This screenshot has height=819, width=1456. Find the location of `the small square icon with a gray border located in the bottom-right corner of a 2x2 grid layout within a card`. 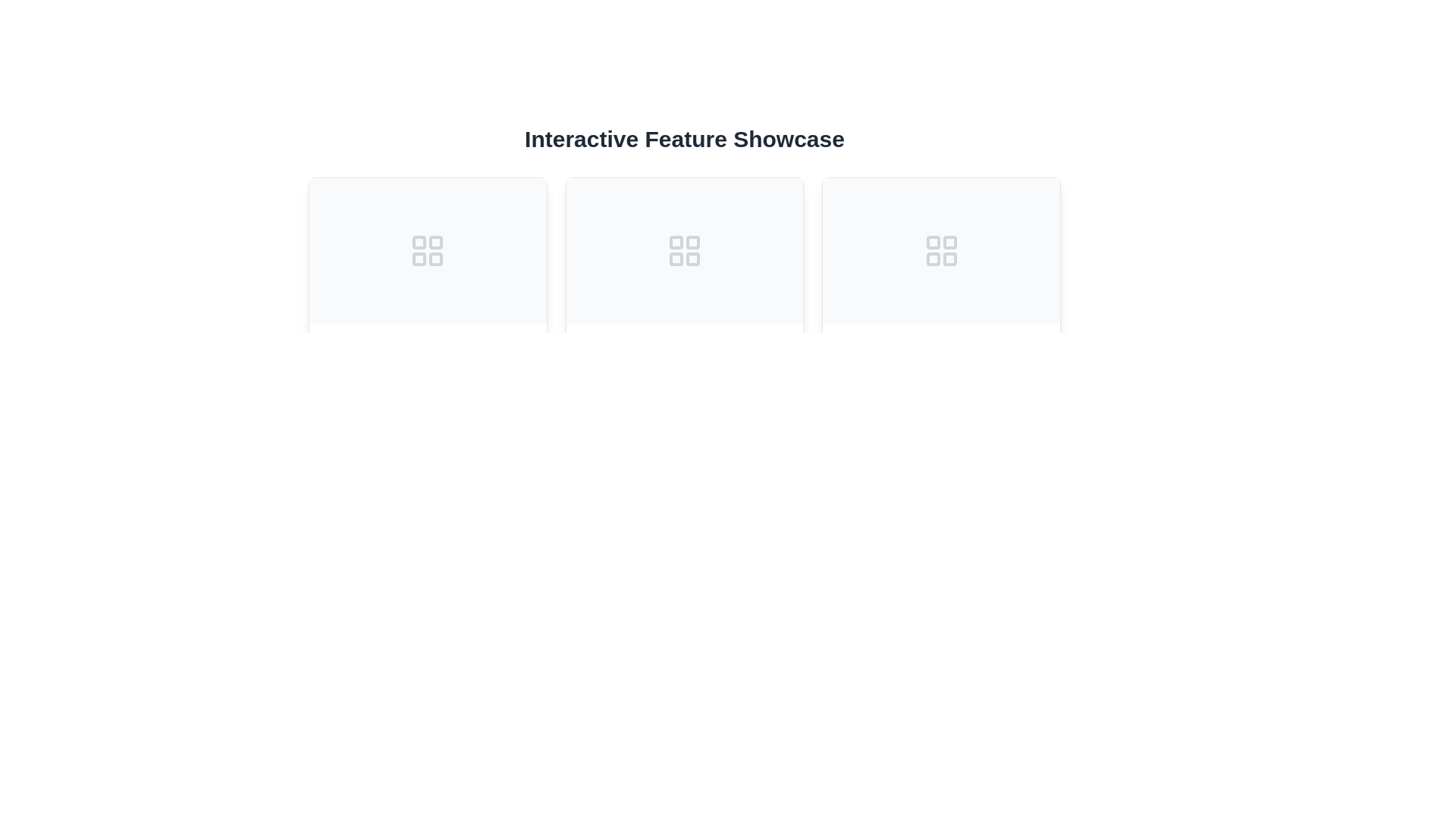

the small square icon with a gray border located in the bottom-right corner of a 2x2 grid layout within a card is located at coordinates (692, 259).